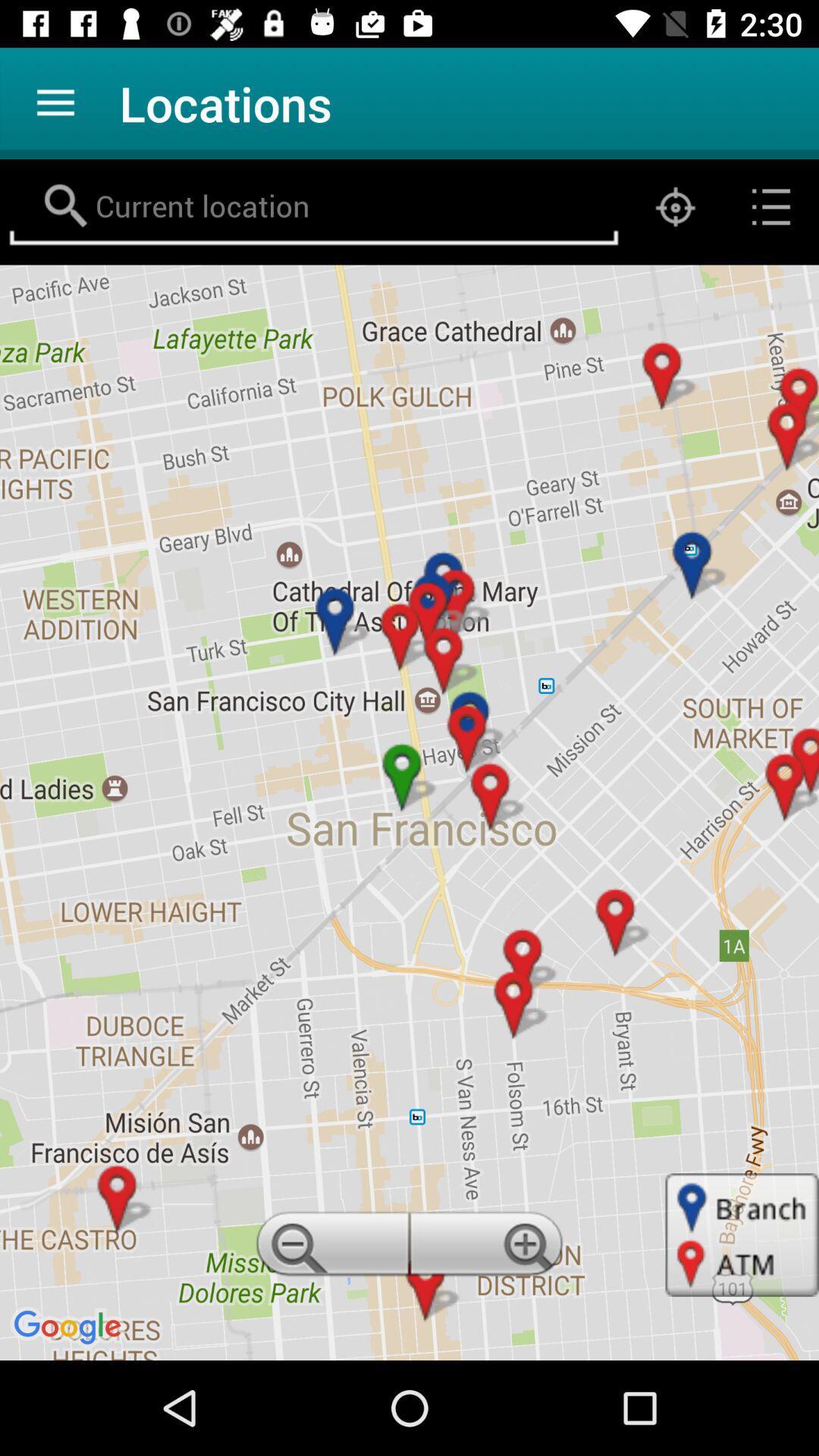 The image size is (819, 1456). Describe the element at coordinates (329, 1248) in the screenshot. I see `zoom out option` at that location.